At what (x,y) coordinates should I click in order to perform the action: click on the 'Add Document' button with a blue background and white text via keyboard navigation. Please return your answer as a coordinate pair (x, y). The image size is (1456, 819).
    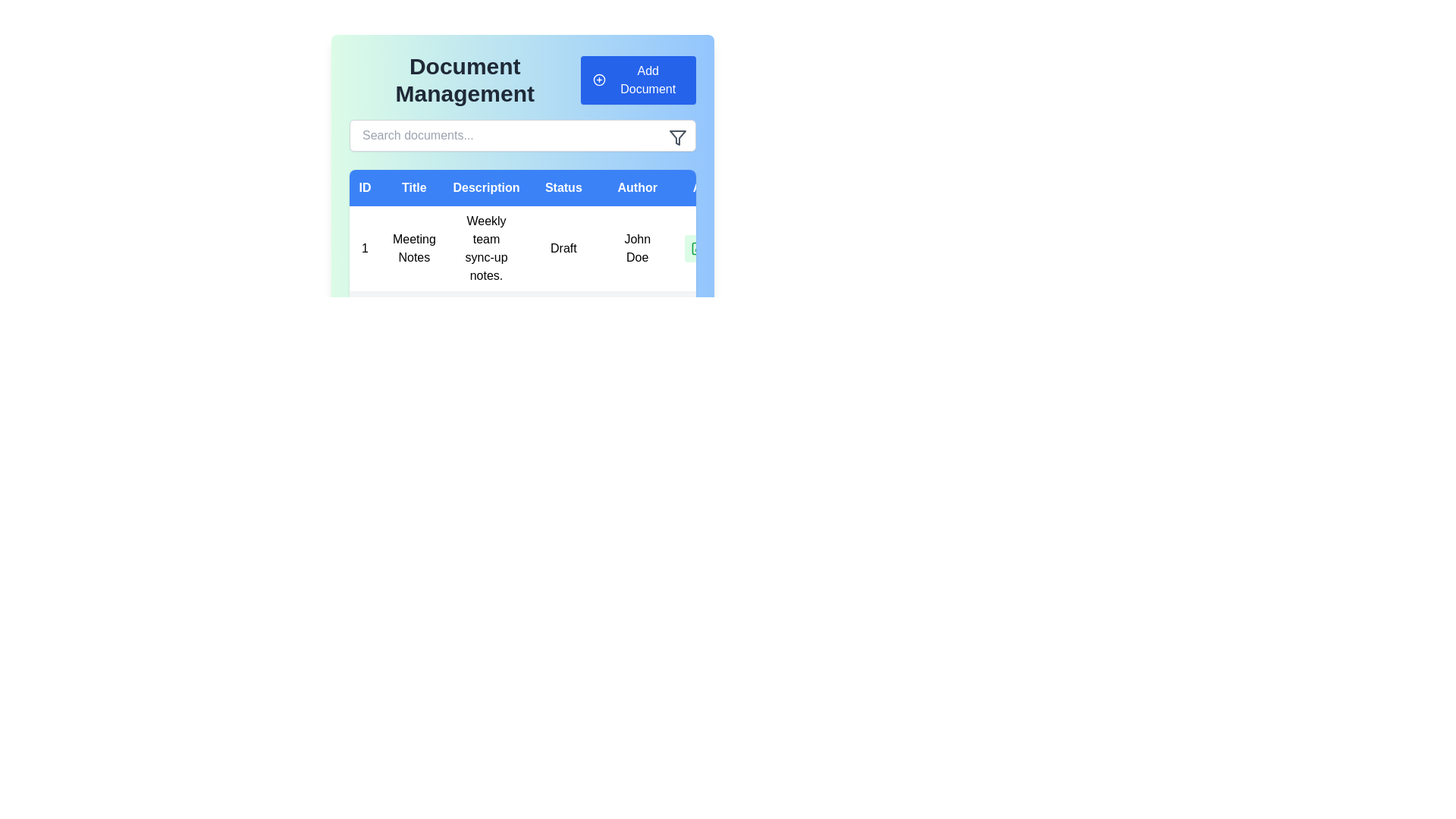
    Looking at the image, I should click on (638, 80).